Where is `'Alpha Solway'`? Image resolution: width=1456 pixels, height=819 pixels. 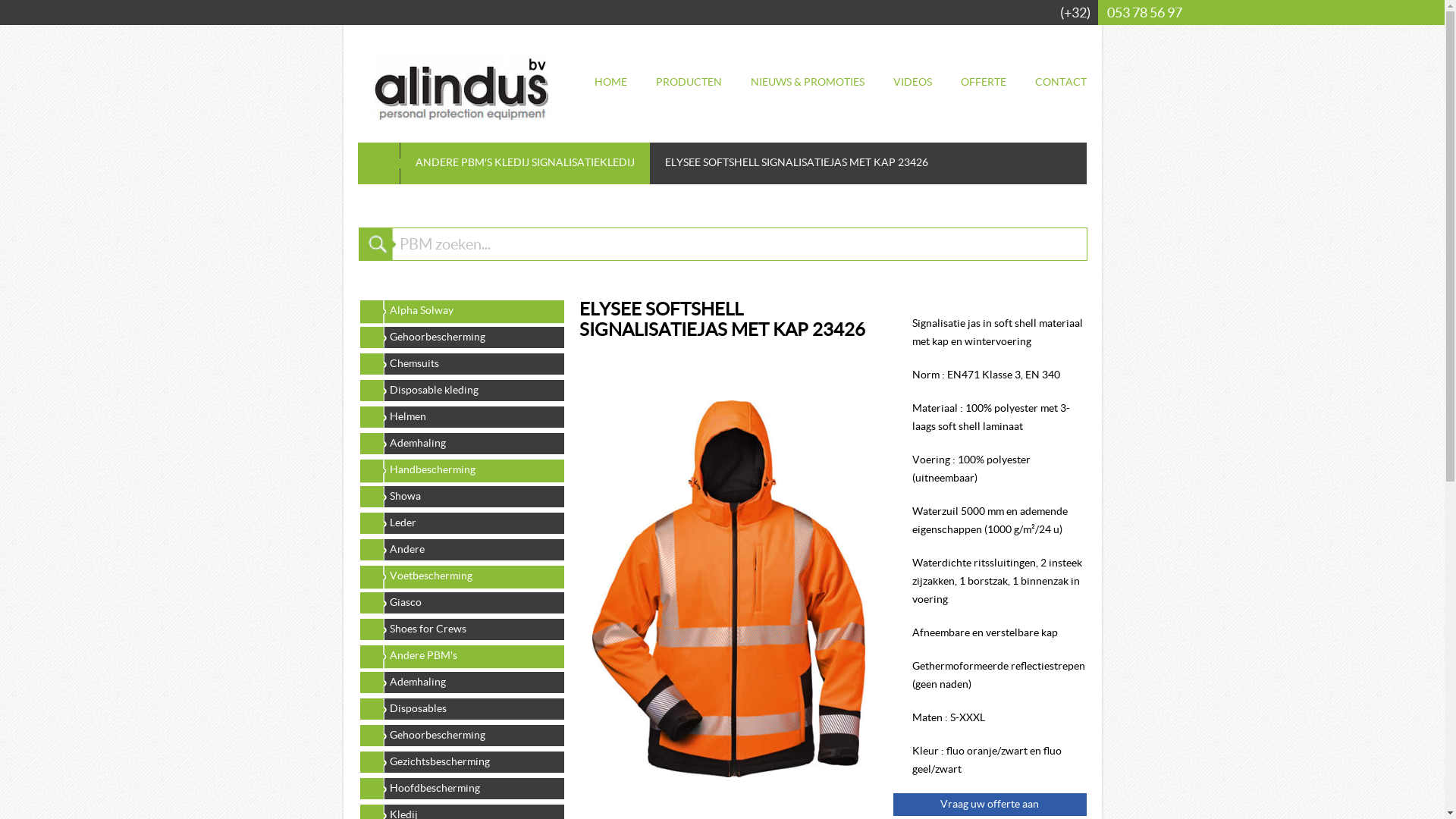 'Alpha Solway' is located at coordinates (460, 309).